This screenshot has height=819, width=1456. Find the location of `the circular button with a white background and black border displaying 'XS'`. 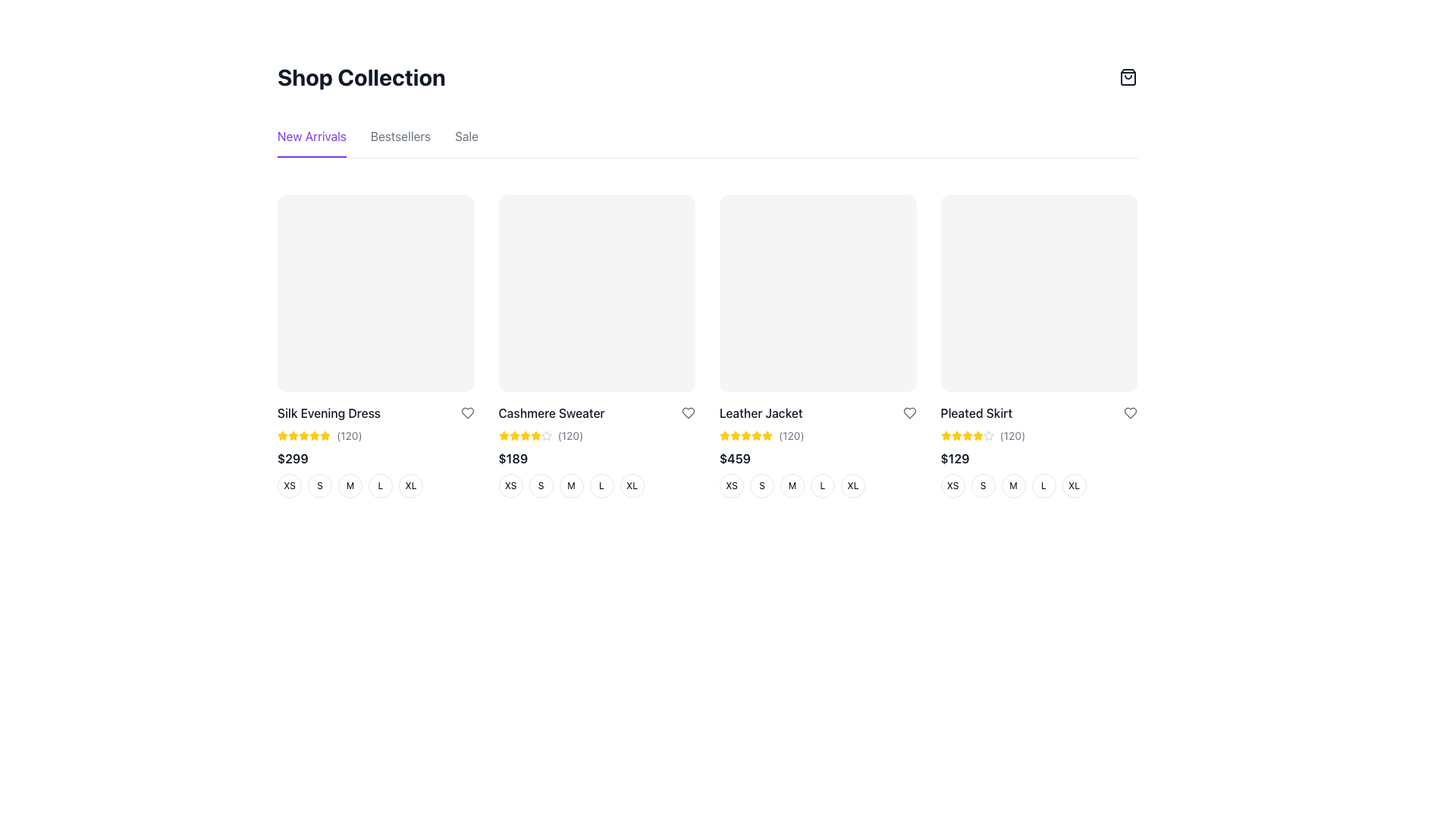

the circular button with a white background and black border displaying 'XS' is located at coordinates (510, 485).